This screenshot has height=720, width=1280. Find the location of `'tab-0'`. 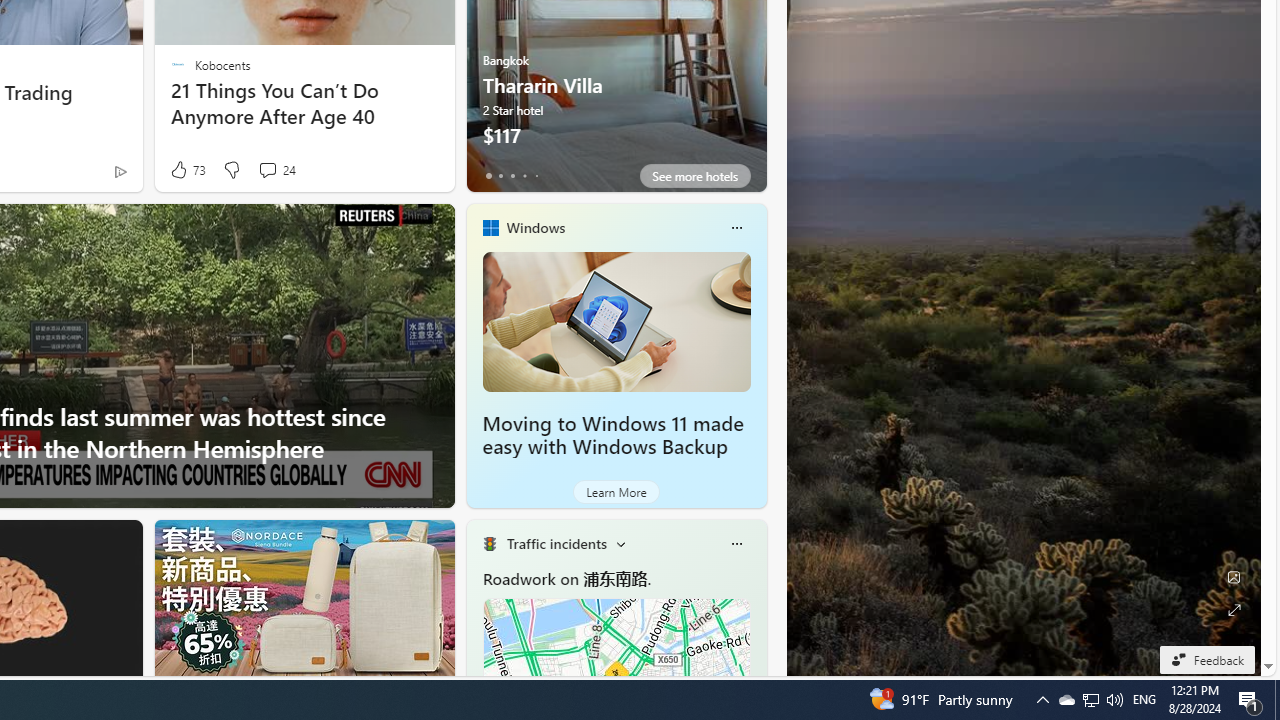

'tab-0' is located at coordinates (488, 175).